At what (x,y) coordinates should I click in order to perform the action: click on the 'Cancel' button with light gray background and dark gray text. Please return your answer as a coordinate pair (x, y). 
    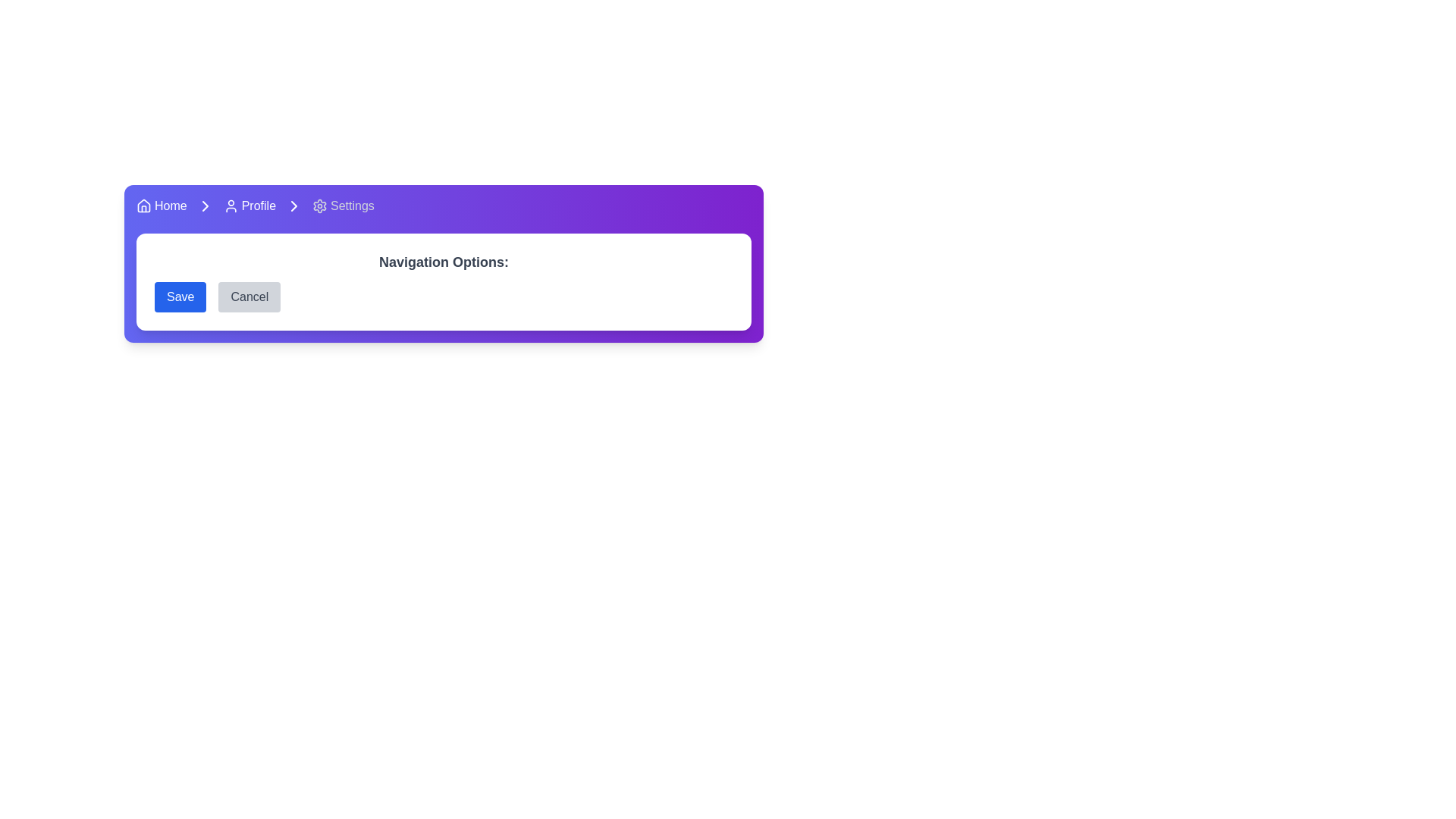
    Looking at the image, I should click on (249, 297).